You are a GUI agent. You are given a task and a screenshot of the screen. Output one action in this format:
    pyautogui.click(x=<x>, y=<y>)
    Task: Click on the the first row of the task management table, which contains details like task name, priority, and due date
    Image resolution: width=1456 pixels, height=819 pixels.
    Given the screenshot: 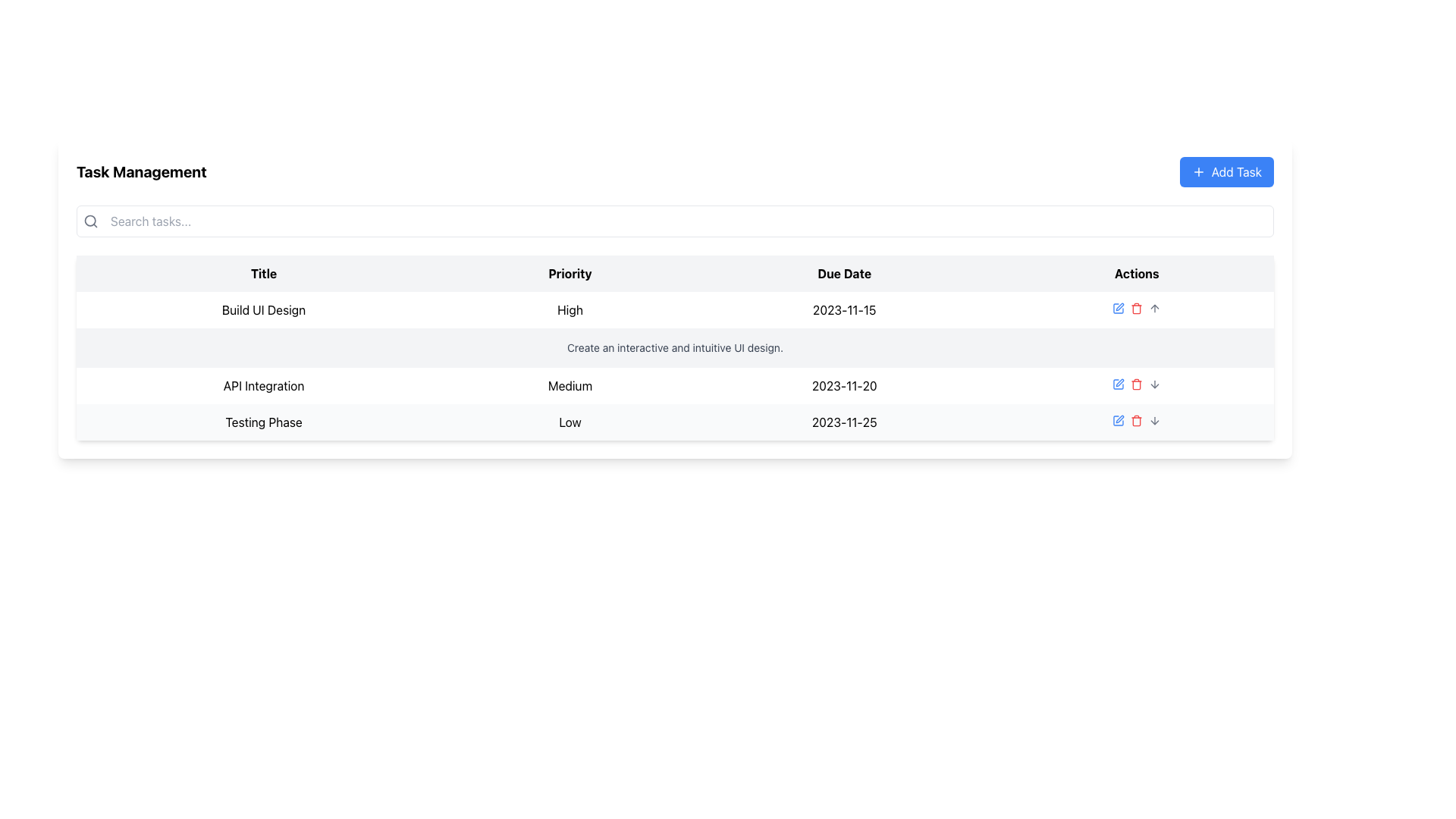 What is the action you would take?
    pyautogui.click(x=674, y=309)
    